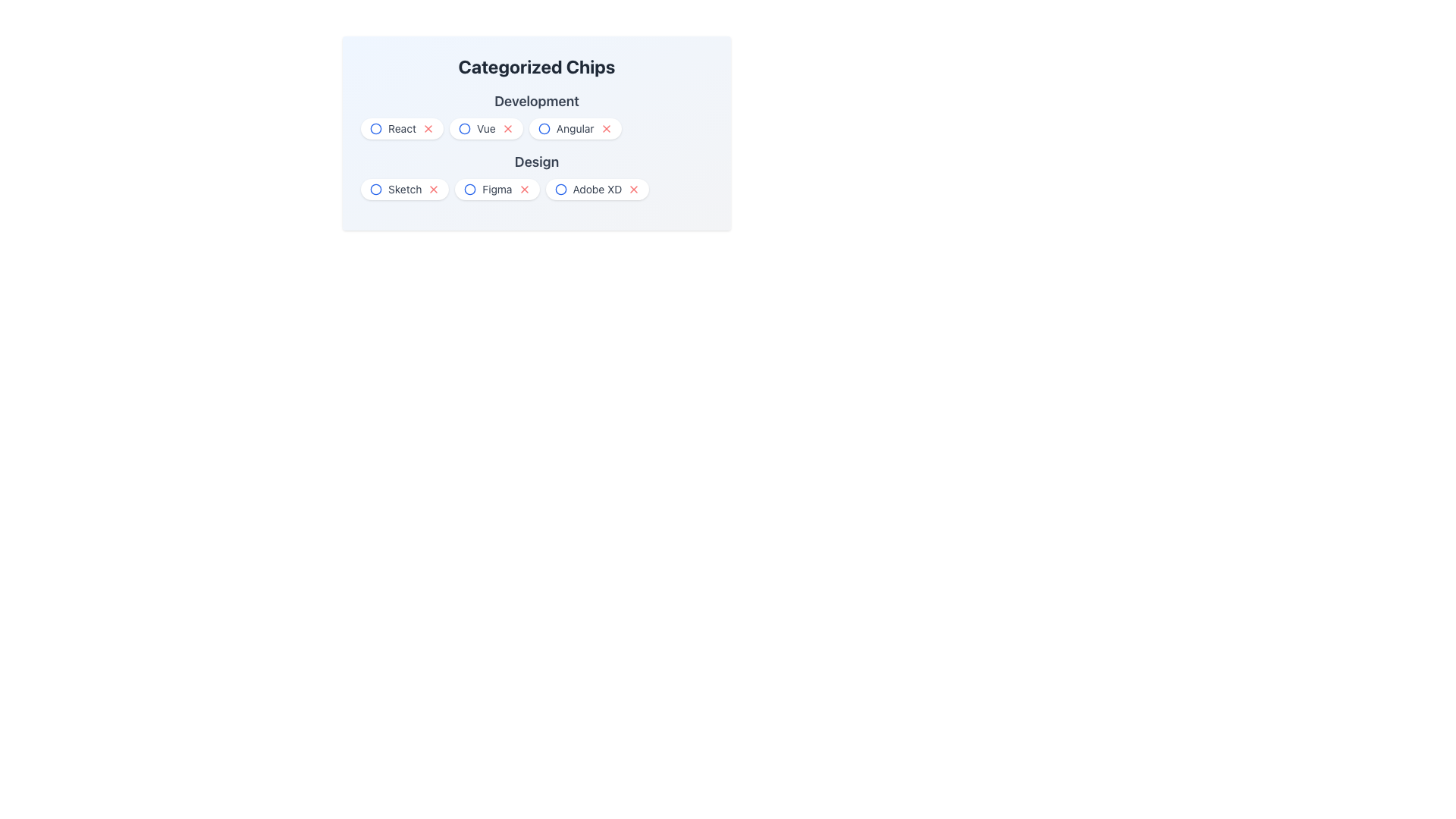 Image resolution: width=1456 pixels, height=819 pixels. What do you see at coordinates (402, 127) in the screenshot?
I see `the interactive chip labeled 'React', which contains a radio button and a close icon` at bounding box center [402, 127].